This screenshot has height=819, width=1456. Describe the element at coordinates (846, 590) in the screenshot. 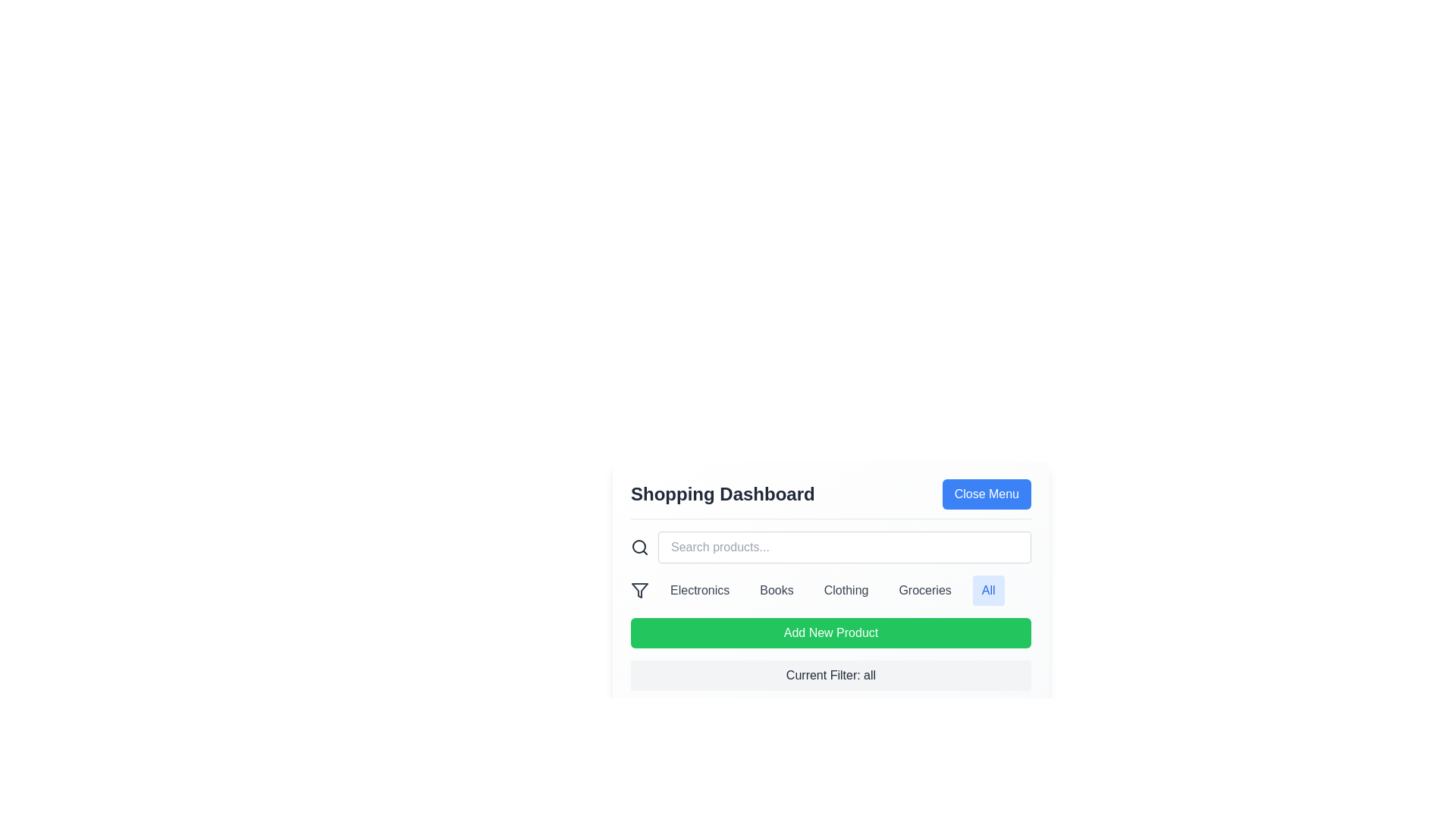

I see `the 'Clothing' selection button in the horizontal navigation menu to filter or navigate to the Clothing section` at that location.